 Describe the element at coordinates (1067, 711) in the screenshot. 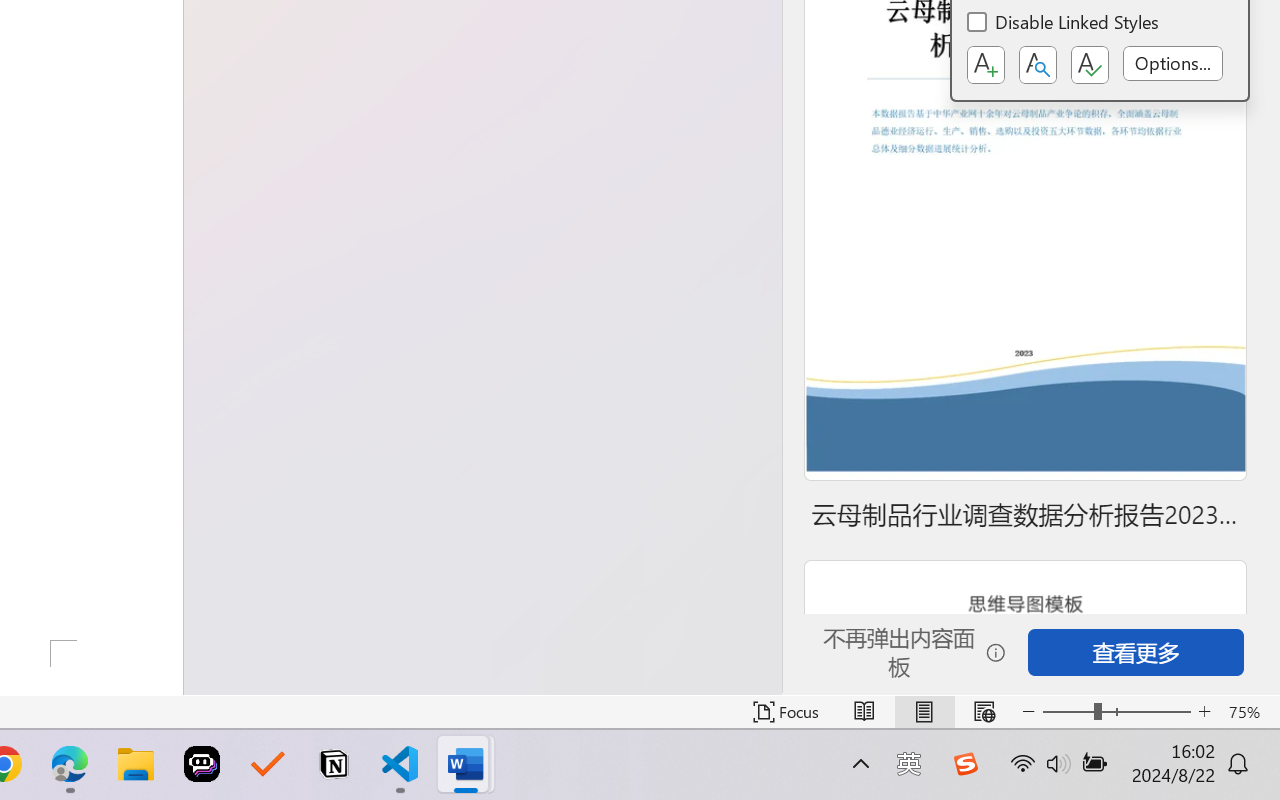

I see `'Zoom Out'` at that location.